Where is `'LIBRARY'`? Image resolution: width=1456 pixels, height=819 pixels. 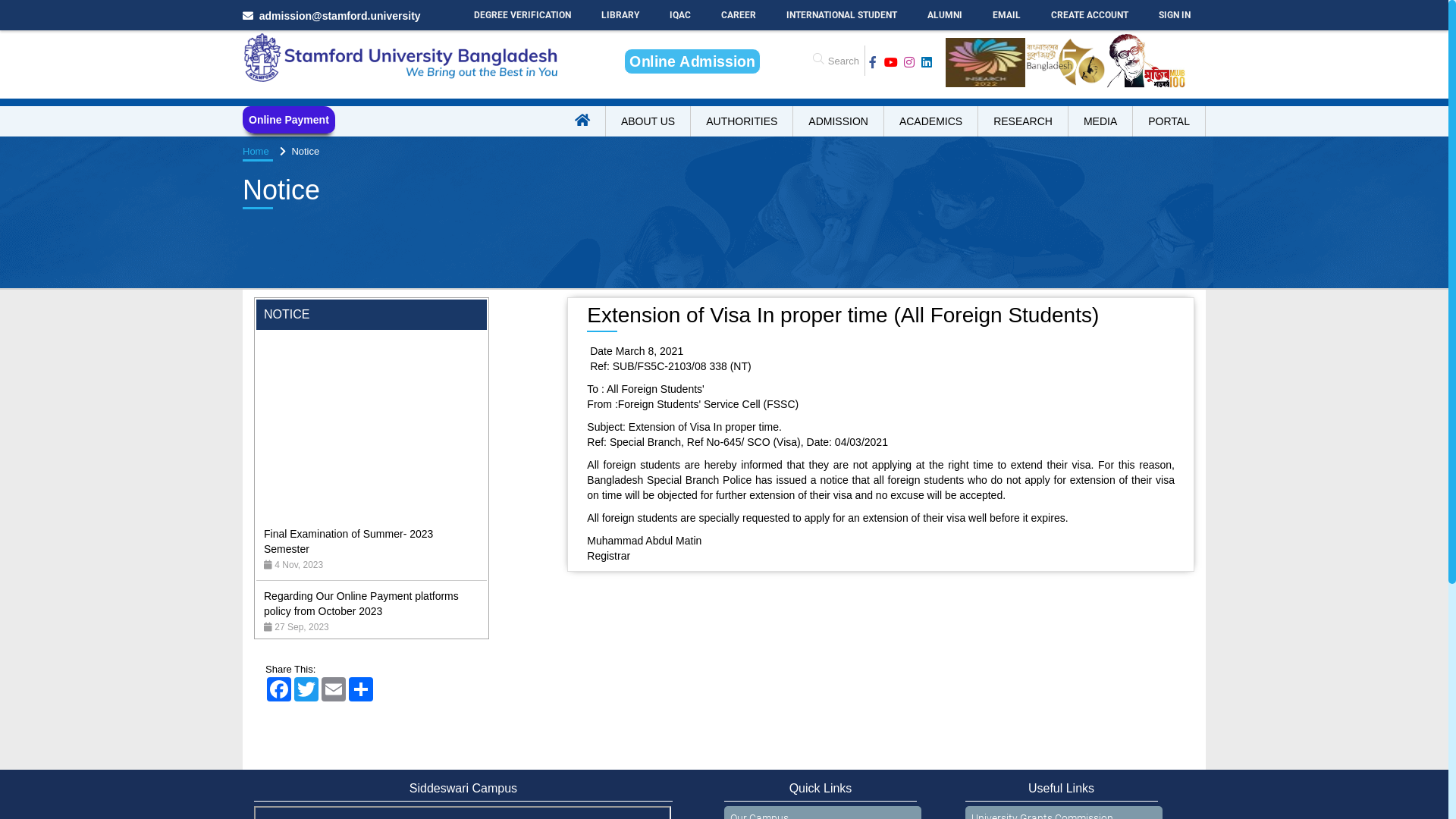 'LIBRARY' is located at coordinates (620, 14).